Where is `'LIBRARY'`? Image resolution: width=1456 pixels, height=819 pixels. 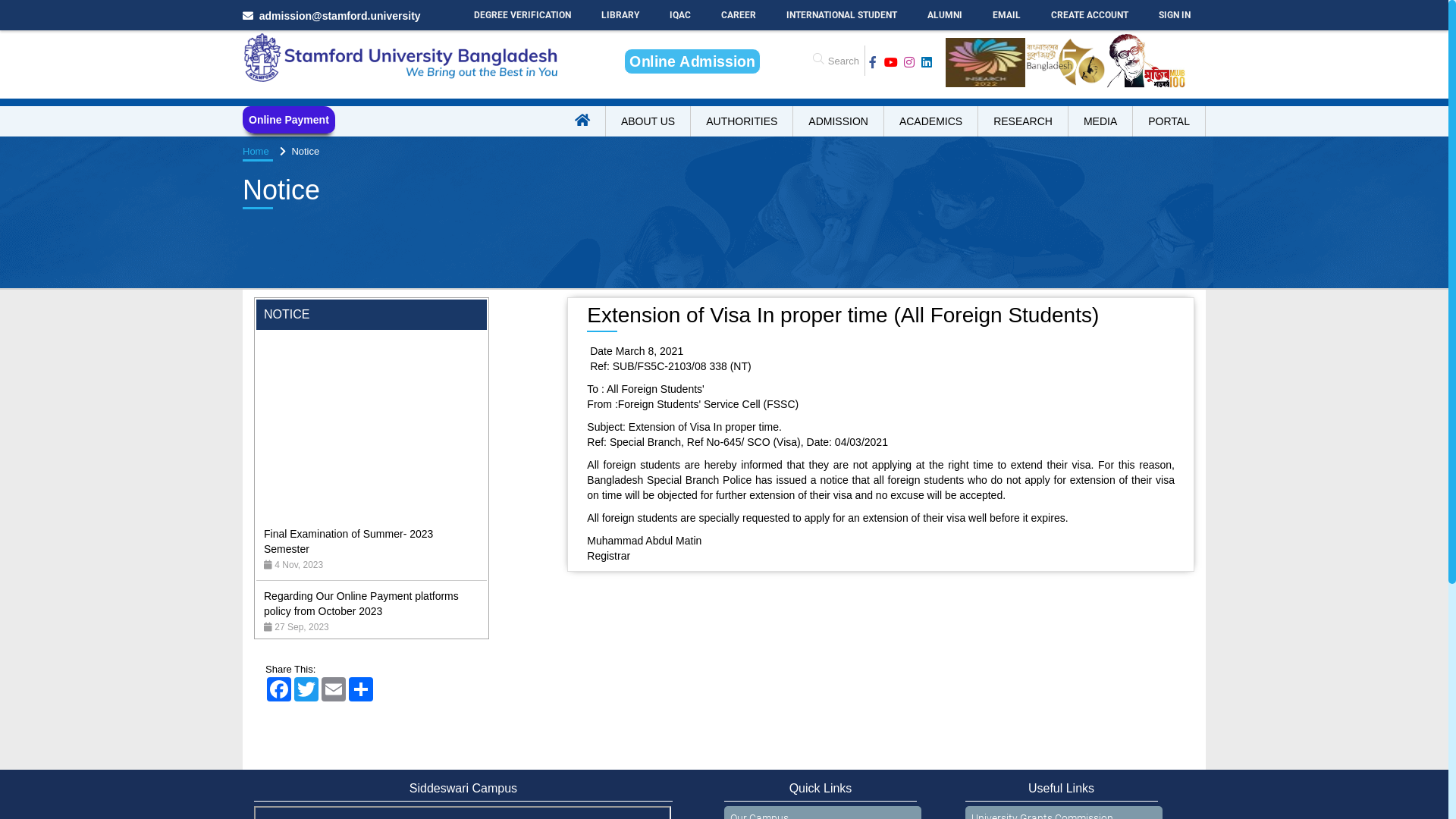 'LIBRARY' is located at coordinates (620, 14).